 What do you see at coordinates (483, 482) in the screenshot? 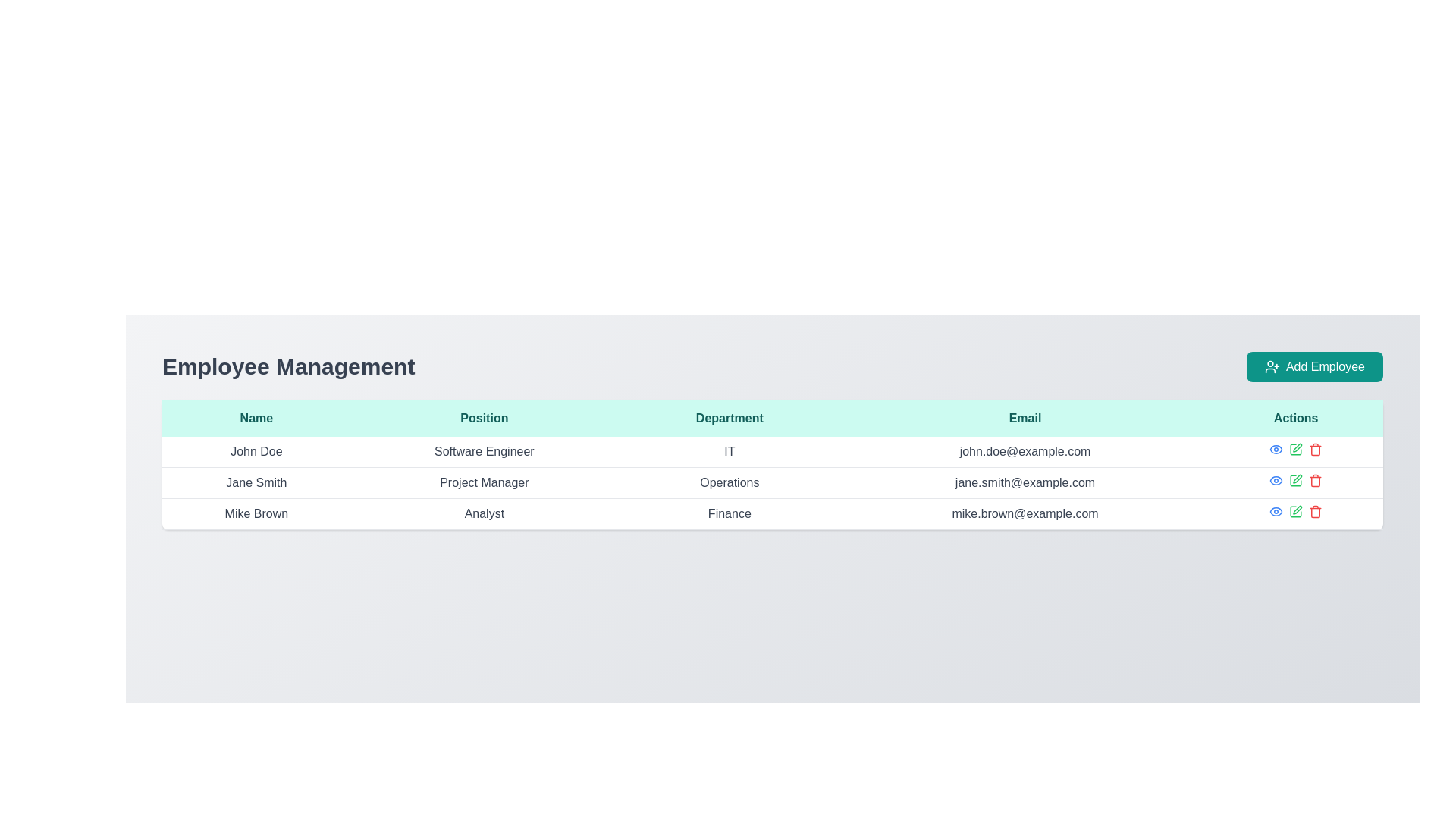
I see `the static text label displaying the job title 'Project Manager' for the employee 'Jane Smith', located in the second row of the table under the 'Position' column` at bounding box center [483, 482].